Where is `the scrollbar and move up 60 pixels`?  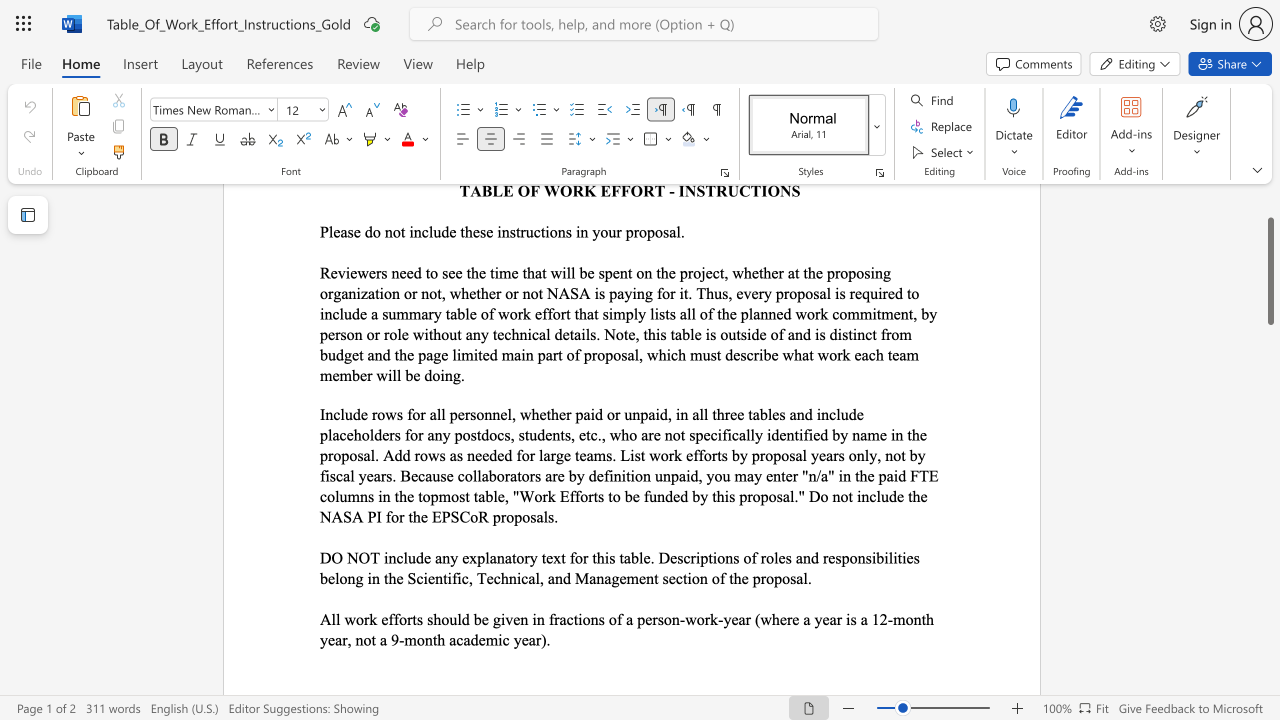
the scrollbar and move up 60 pixels is located at coordinates (1269, 271).